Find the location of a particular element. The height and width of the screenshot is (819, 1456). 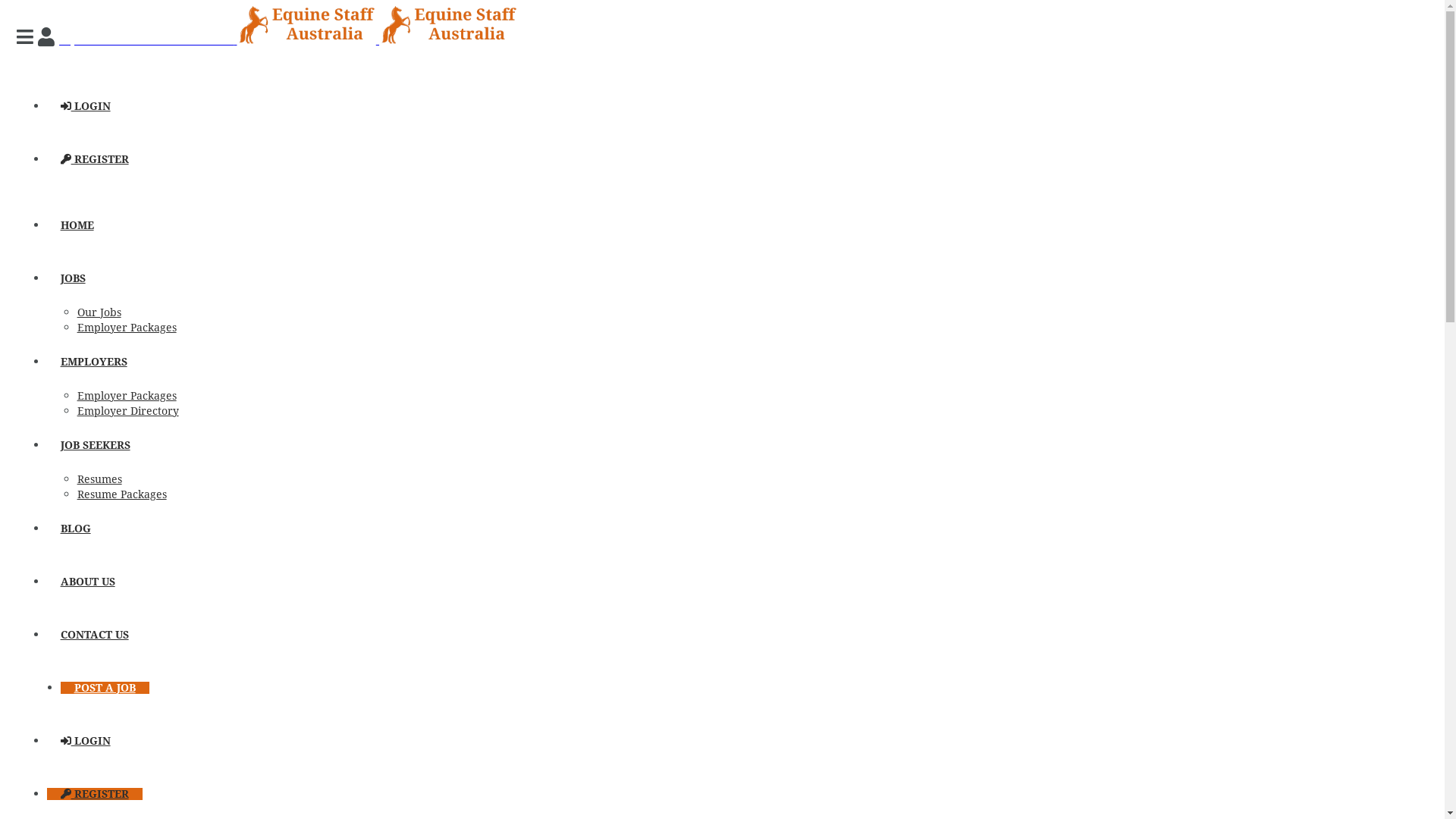

'Equine Staff Horse Jobs Australia' is located at coordinates (288, 39).